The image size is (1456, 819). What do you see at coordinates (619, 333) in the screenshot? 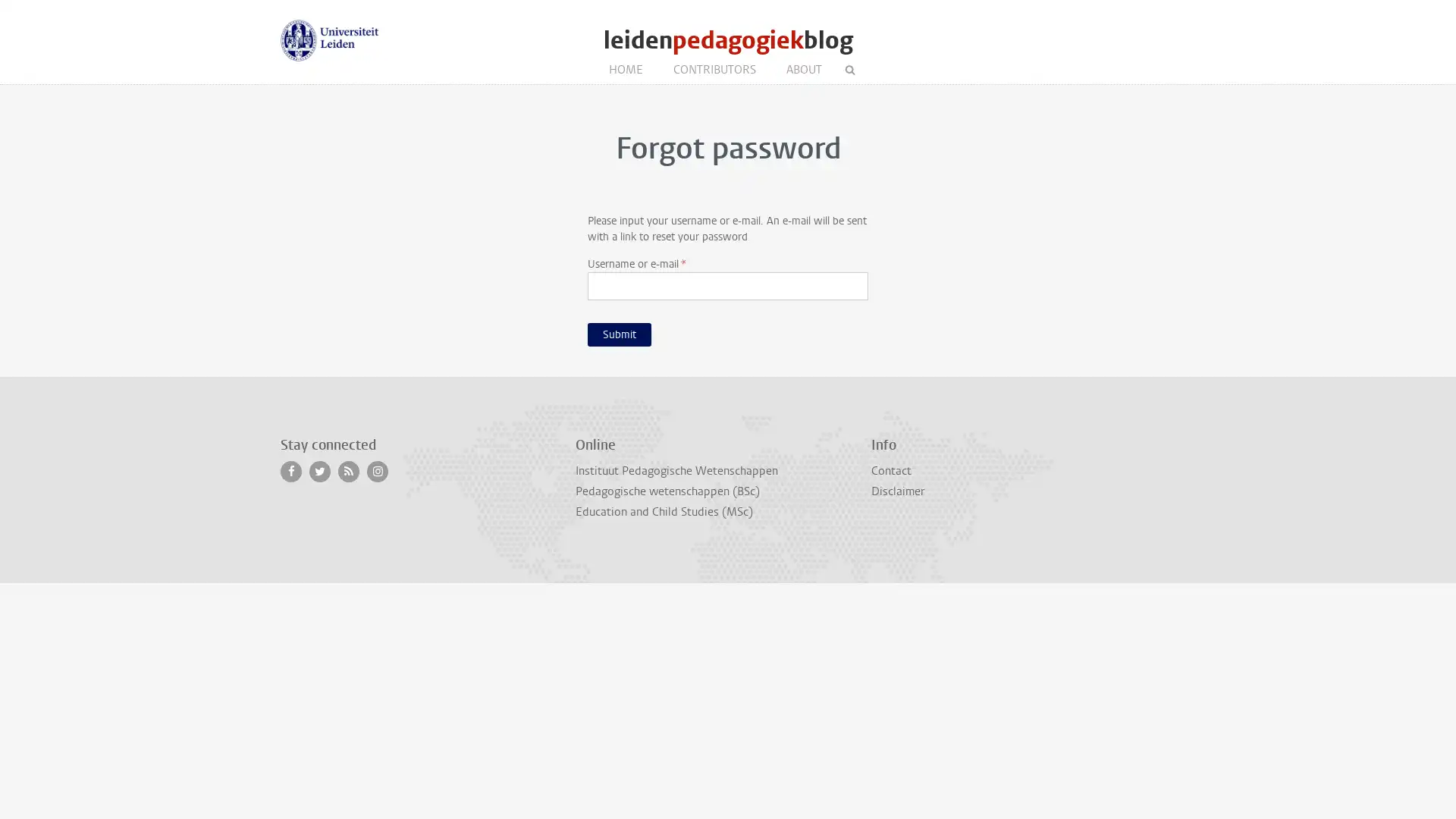
I see `Submit` at bounding box center [619, 333].